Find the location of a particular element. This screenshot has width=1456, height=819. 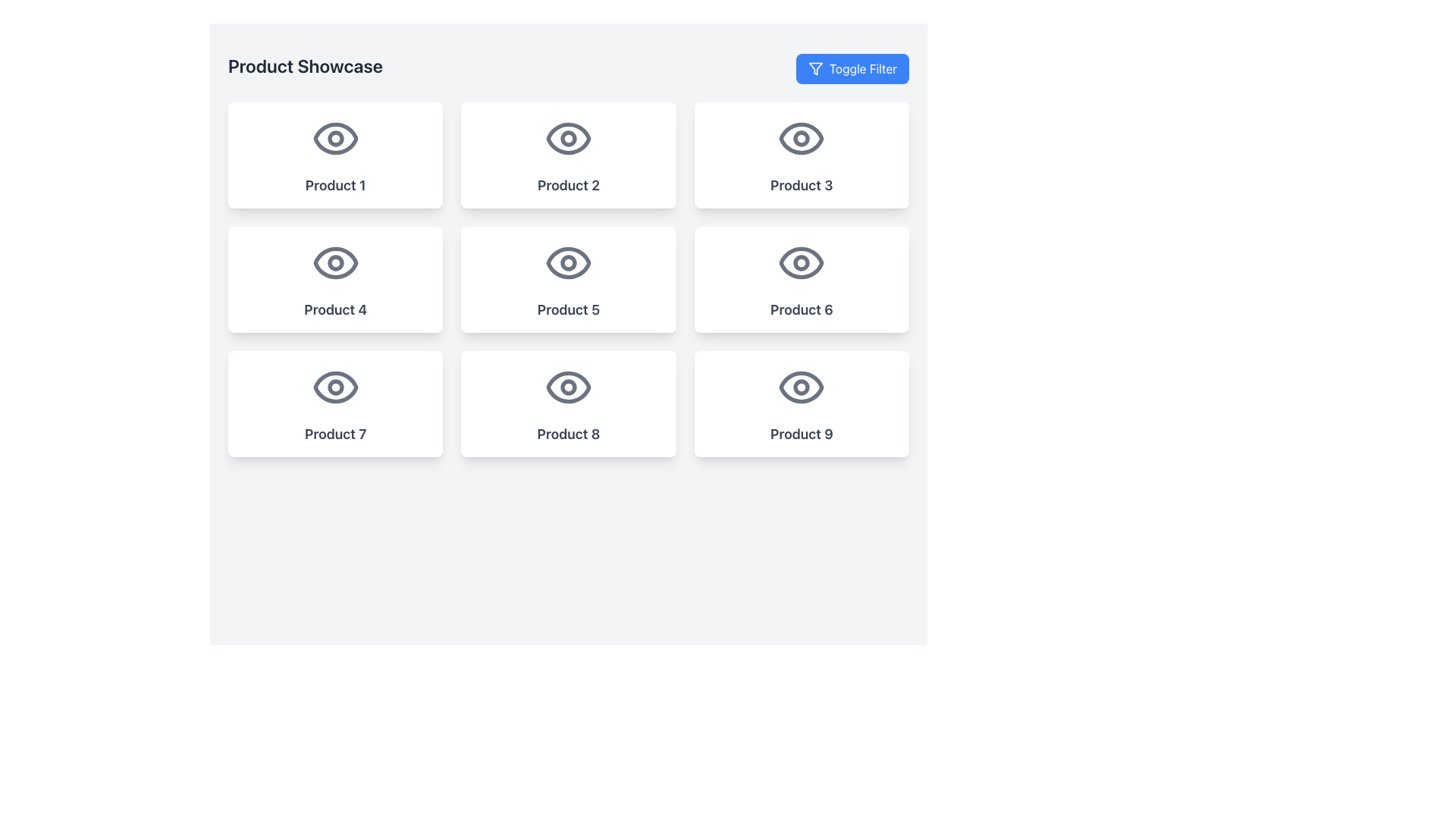

the filter icon, which is a compact triangular shape located in the top-right corner of the blue 'Toggle Filter' button is located at coordinates (814, 69).